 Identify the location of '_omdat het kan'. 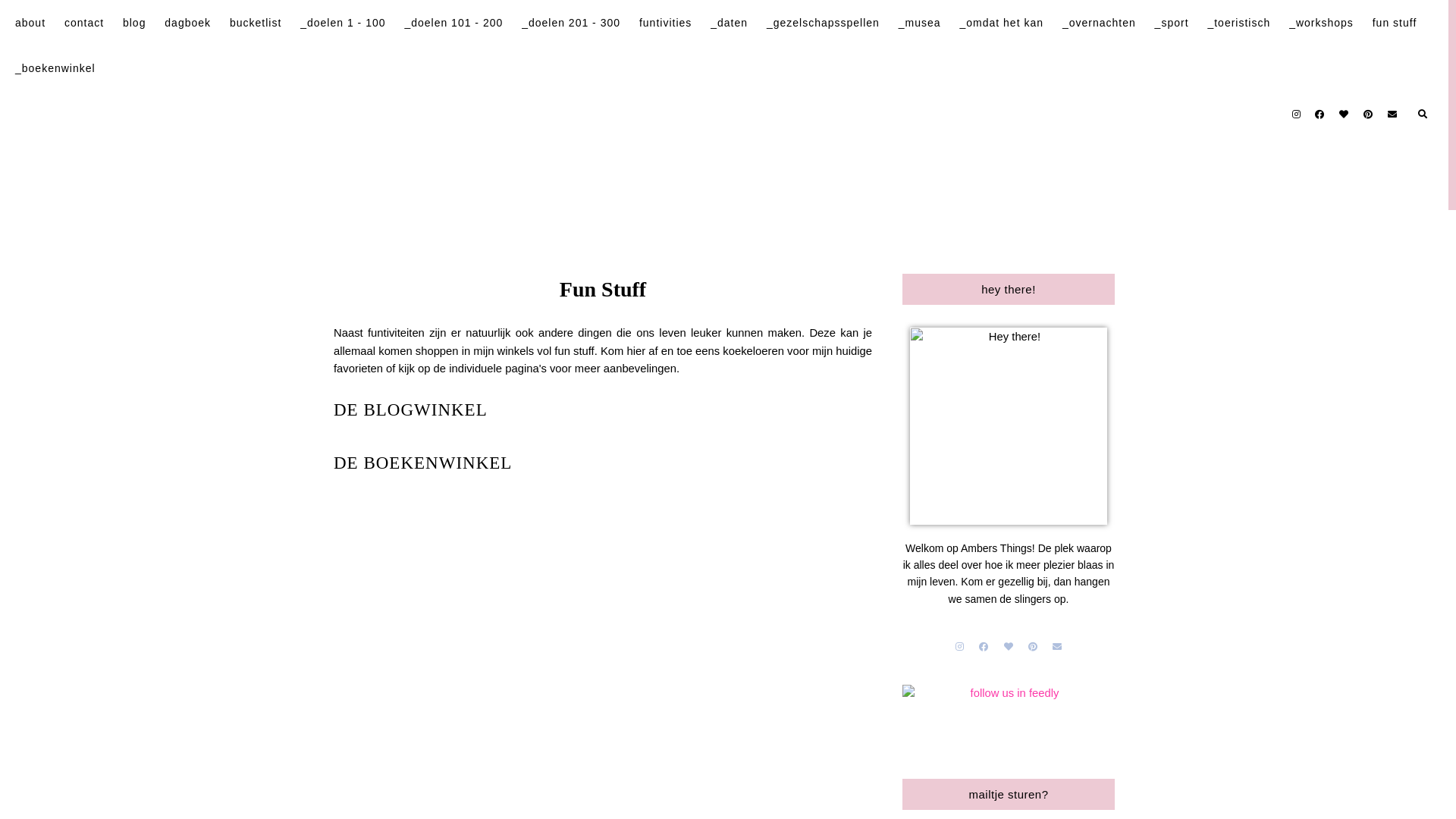
(1001, 23).